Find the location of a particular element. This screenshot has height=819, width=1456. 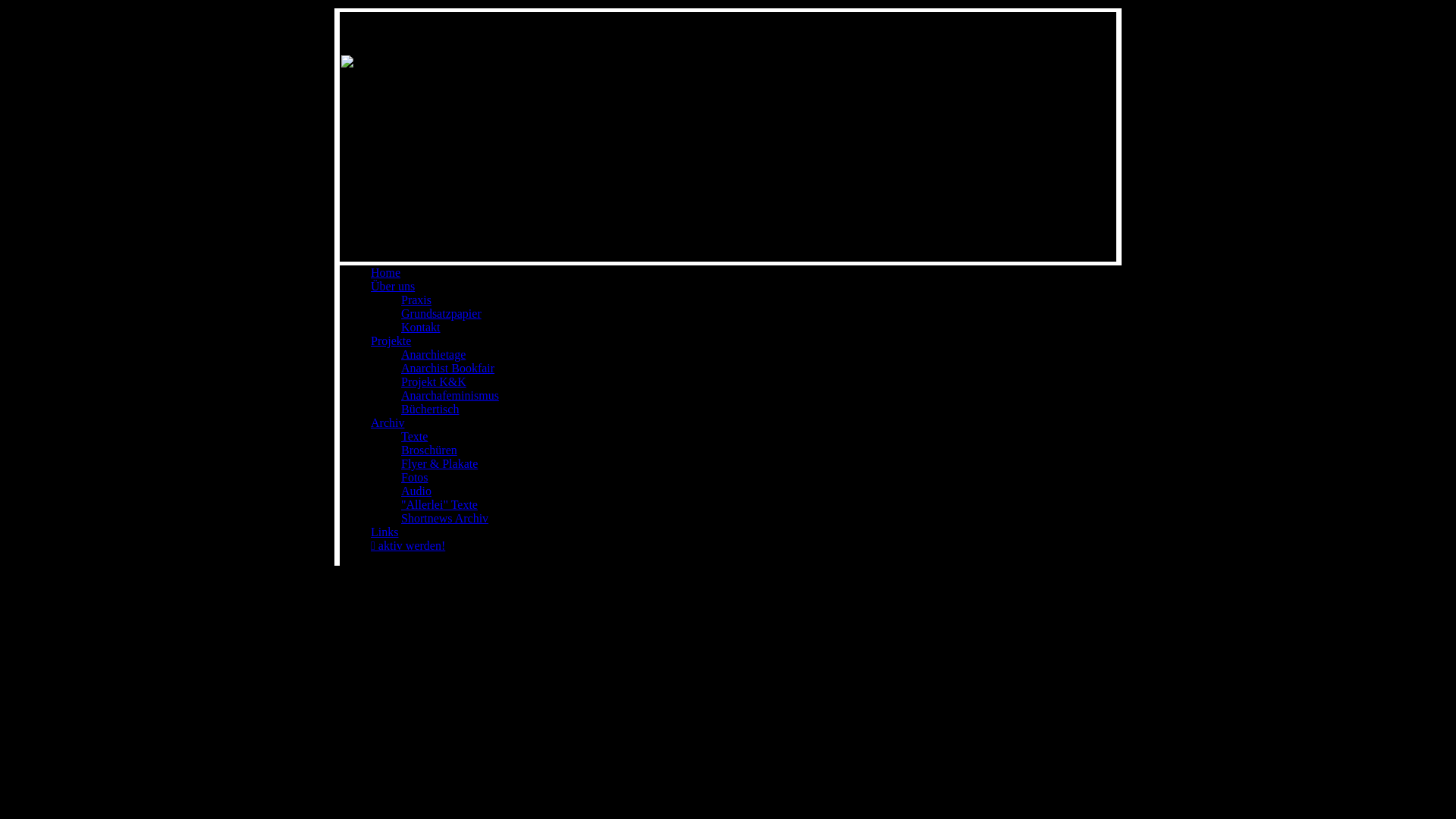

'Praxis' is located at coordinates (416, 300).